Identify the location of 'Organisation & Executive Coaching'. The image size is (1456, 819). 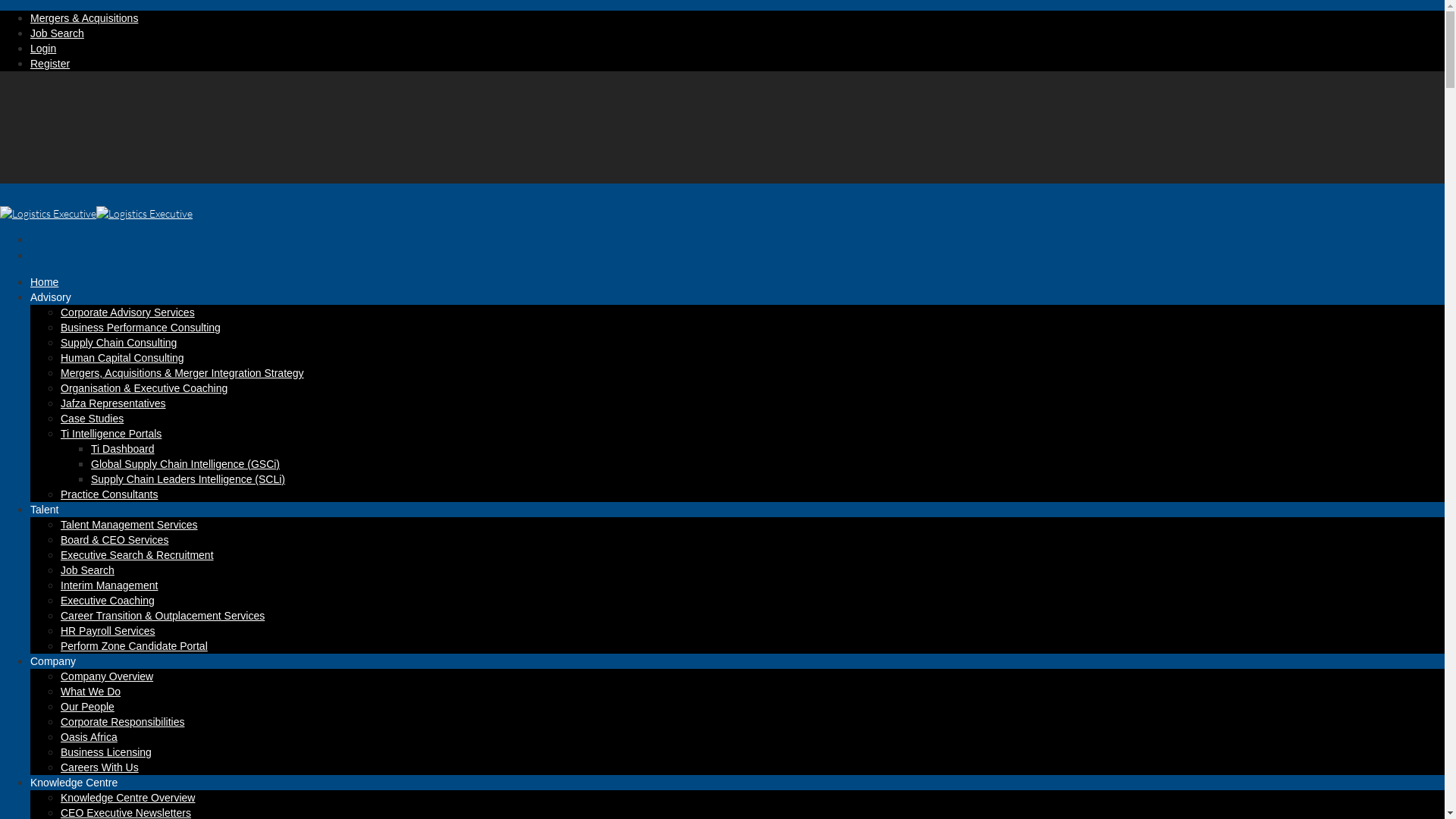
(144, 388).